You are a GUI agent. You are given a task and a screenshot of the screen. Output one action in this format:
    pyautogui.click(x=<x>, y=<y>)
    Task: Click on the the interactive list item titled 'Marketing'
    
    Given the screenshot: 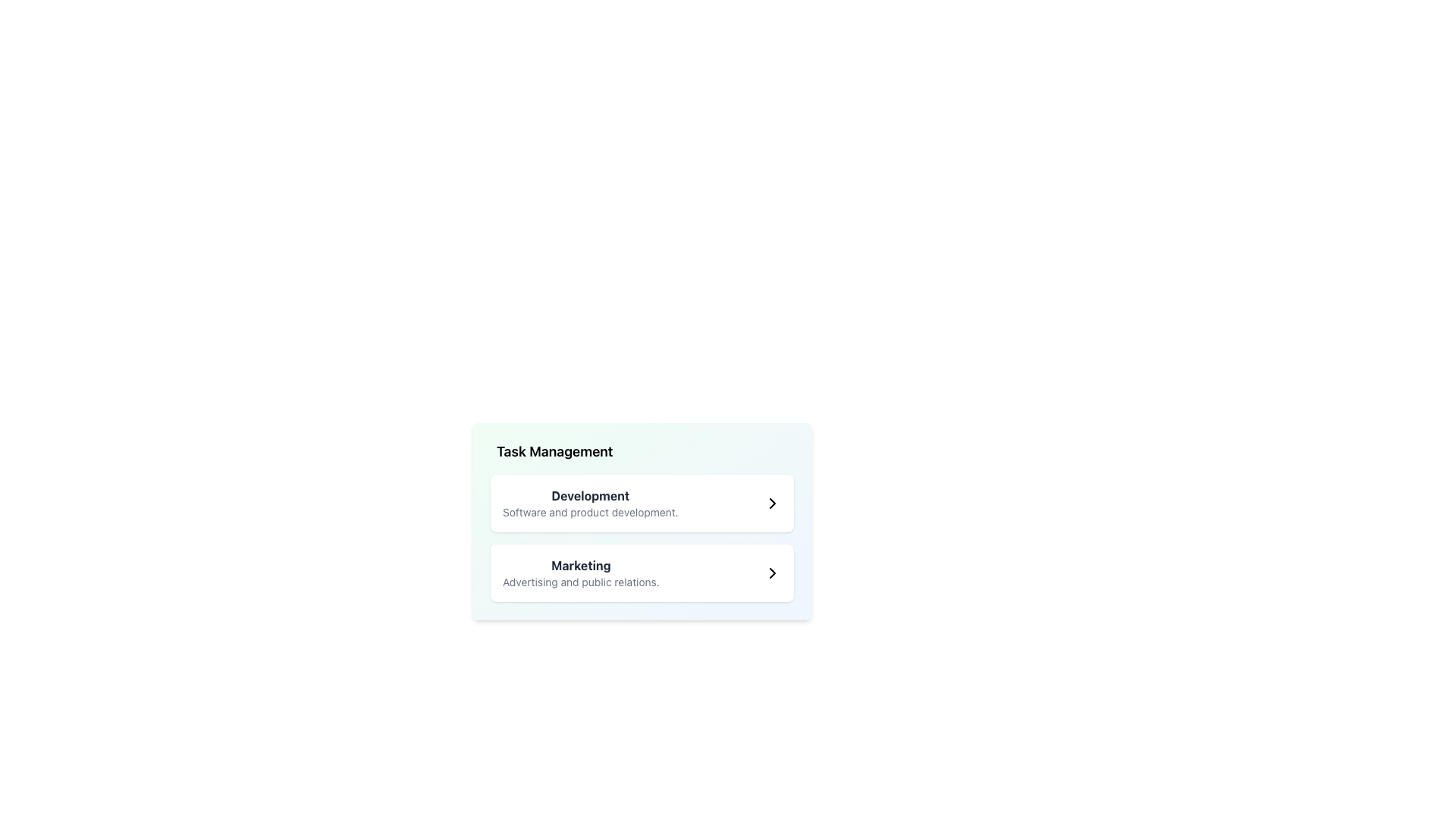 What is the action you would take?
    pyautogui.click(x=642, y=573)
    